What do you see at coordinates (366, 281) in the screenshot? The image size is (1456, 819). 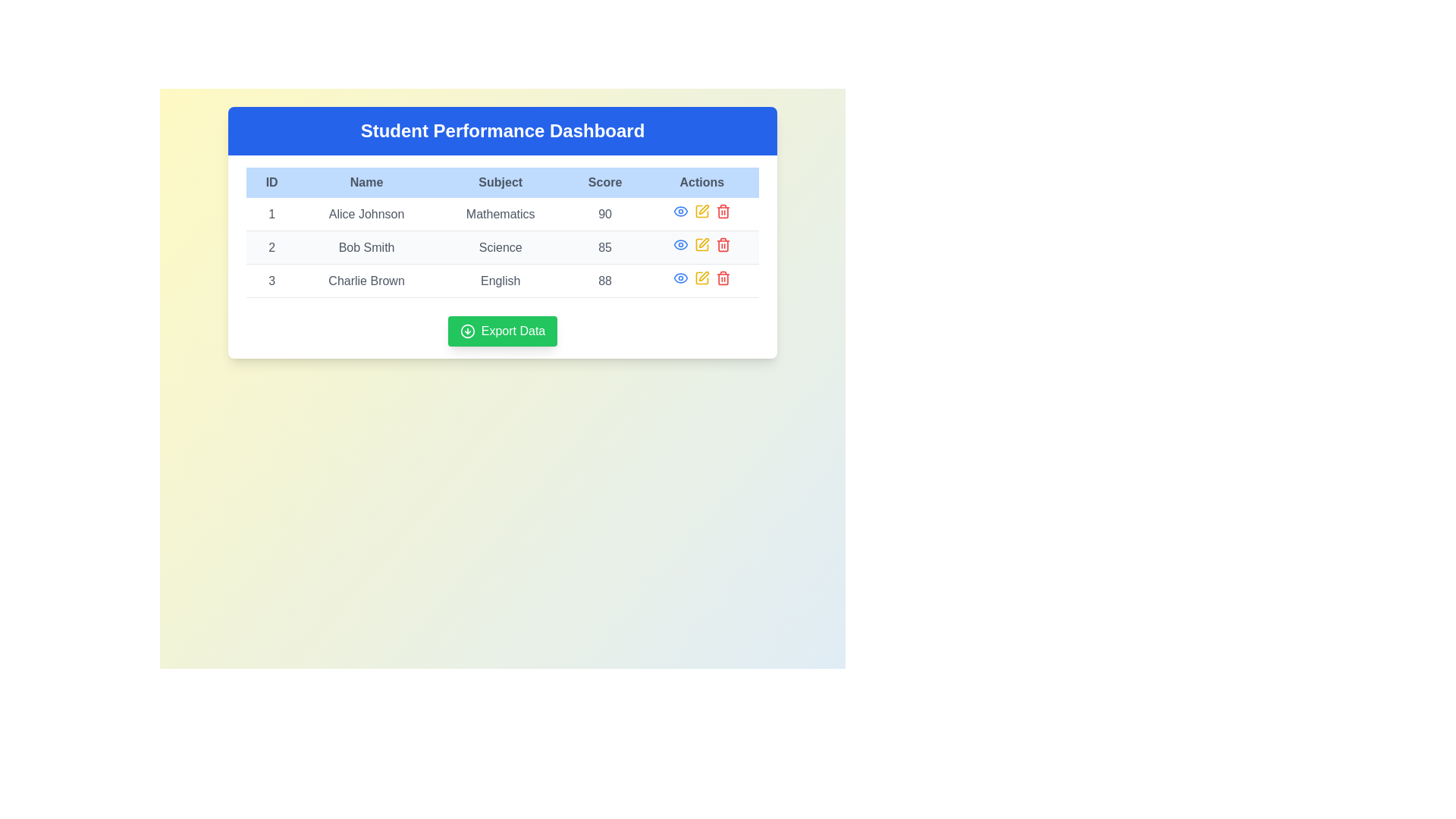 I see `the static text element displaying the name 'Charlie Brown' in the third row of the table under the 'Name' column` at bounding box center [366, 281].